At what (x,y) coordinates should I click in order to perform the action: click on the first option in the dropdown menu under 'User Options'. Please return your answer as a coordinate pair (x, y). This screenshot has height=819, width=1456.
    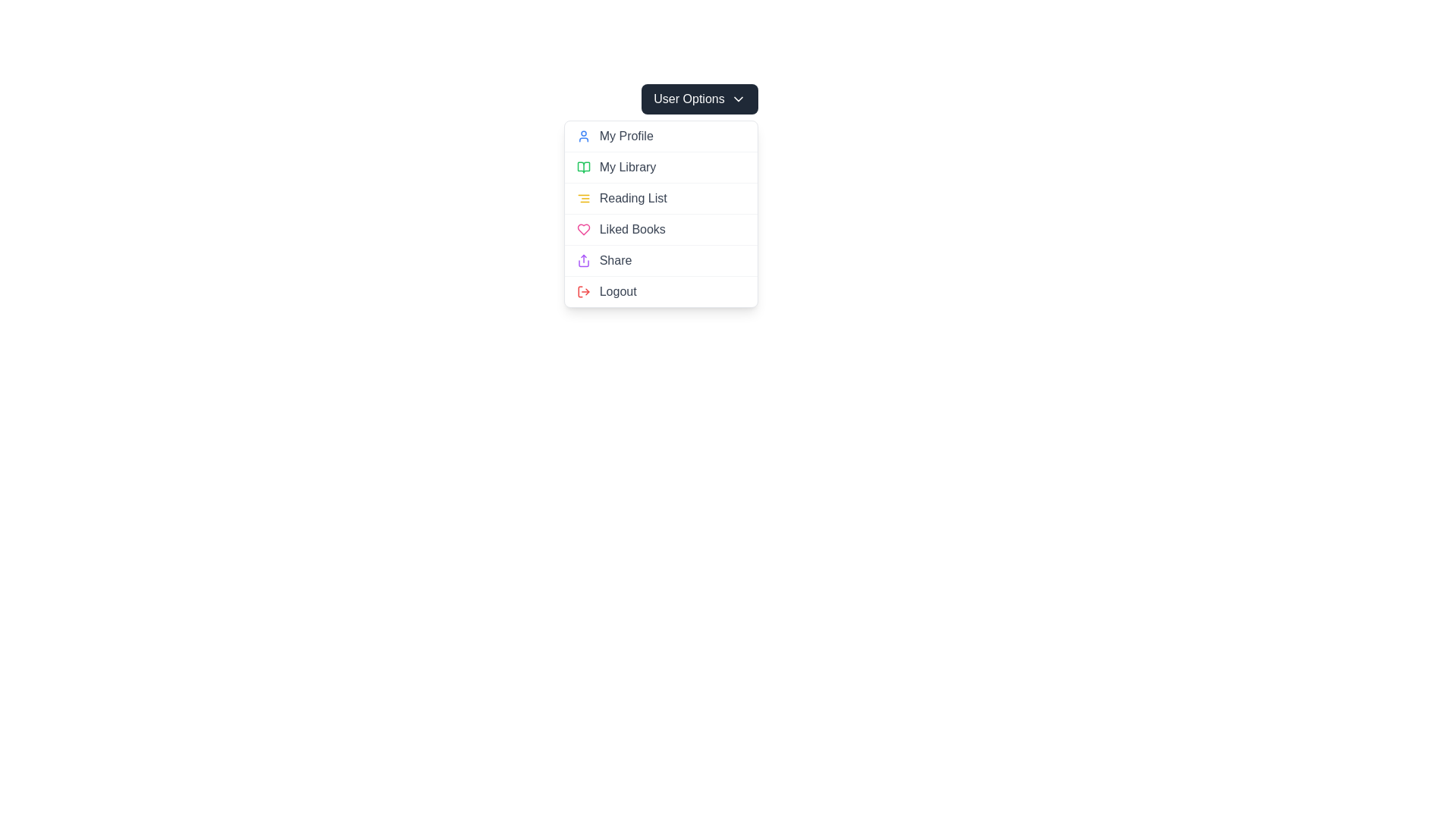
    Looking at the image, I should click on (661, 136).